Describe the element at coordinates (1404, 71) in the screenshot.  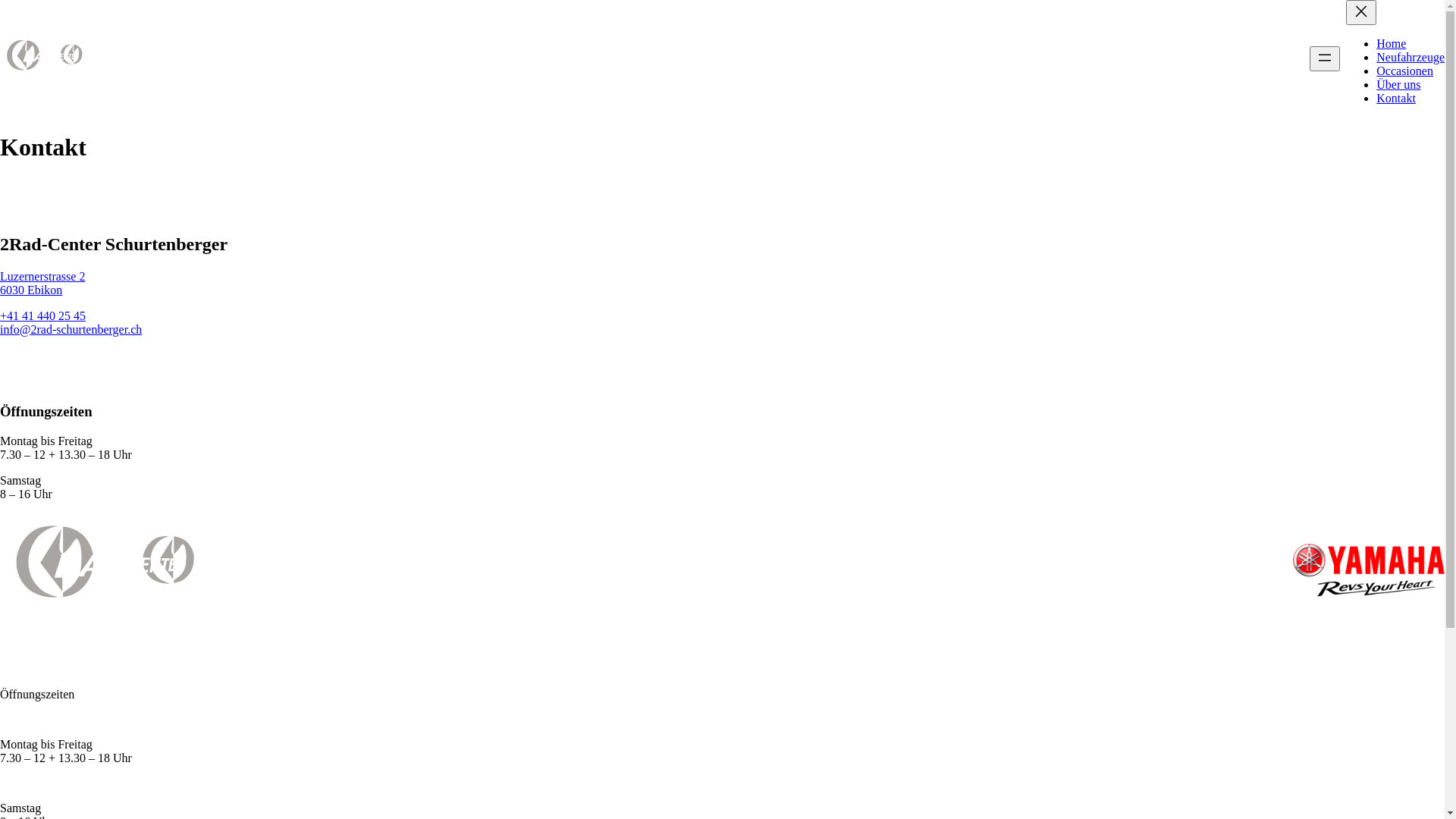
I see `'Occasionen'` at that location.